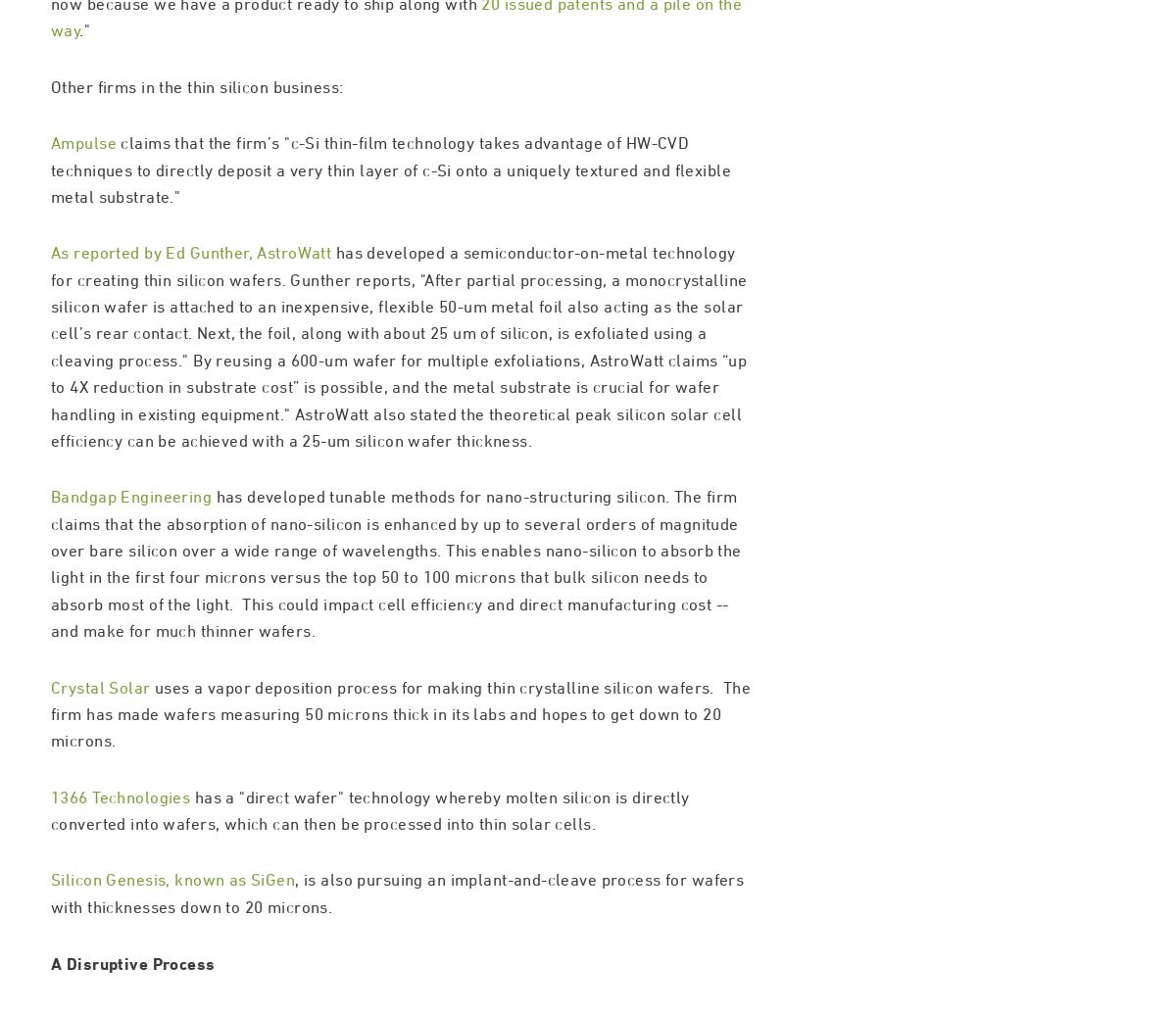 The height and width of the screenshot is (1014, 1176). I want to click on 'AstroWatt', so click(294, 335).